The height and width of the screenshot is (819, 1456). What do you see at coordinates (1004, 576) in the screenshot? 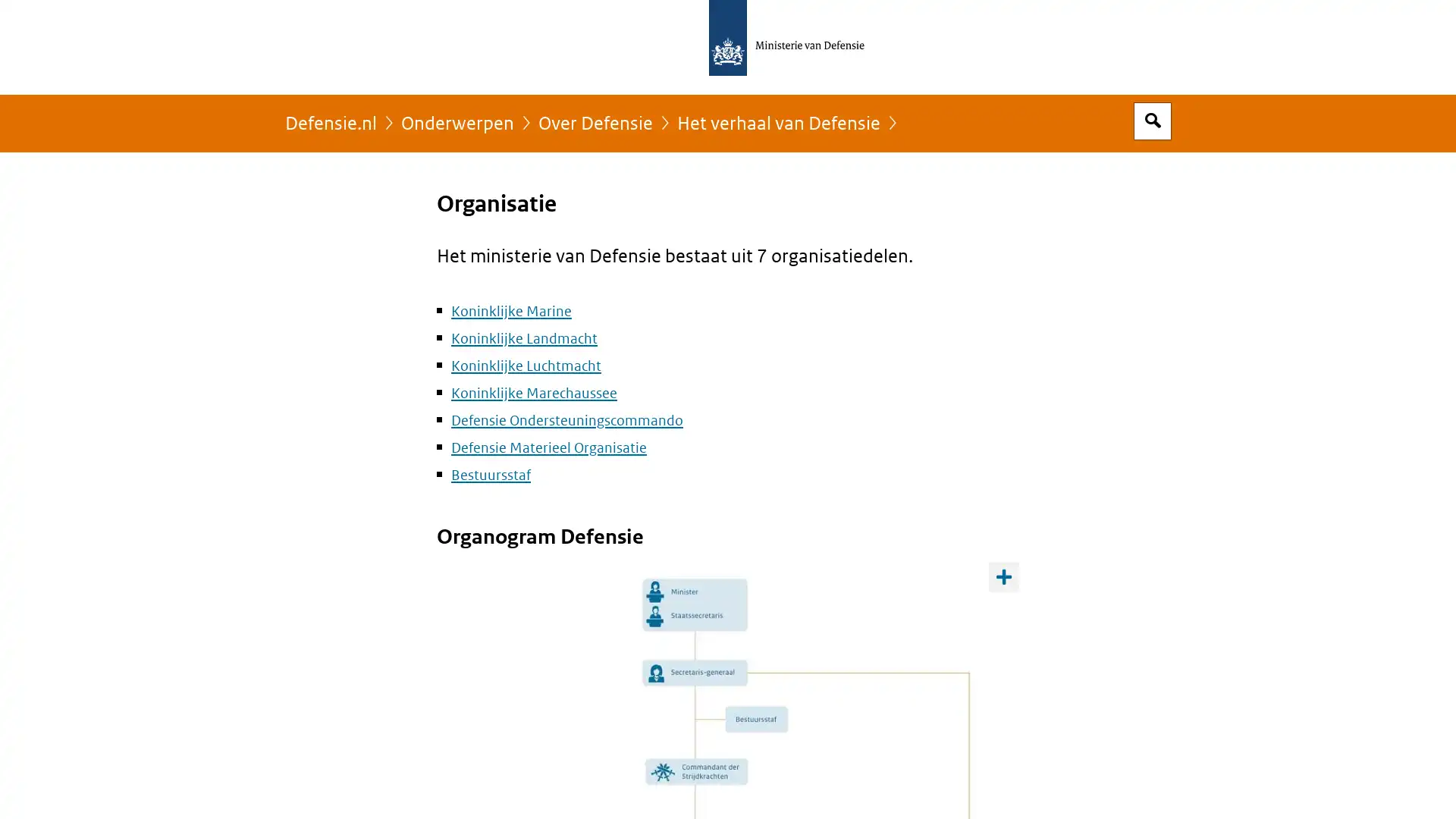
I see `Toon opties` at bounding box center [1004, 576].